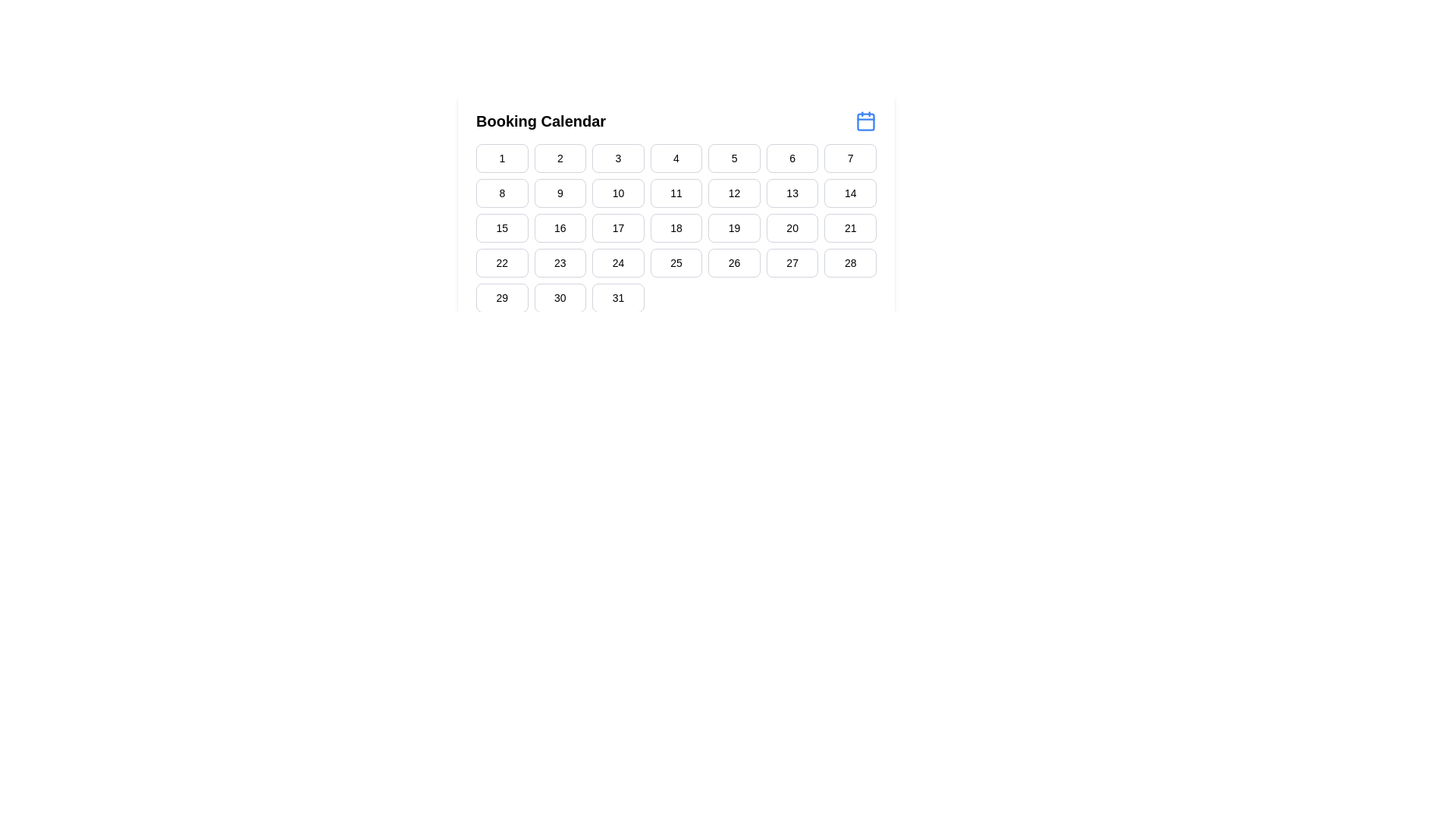  I want to click on the rectangular button with rounded corners and the number '13' centered in bold black font, so click(792, 192).